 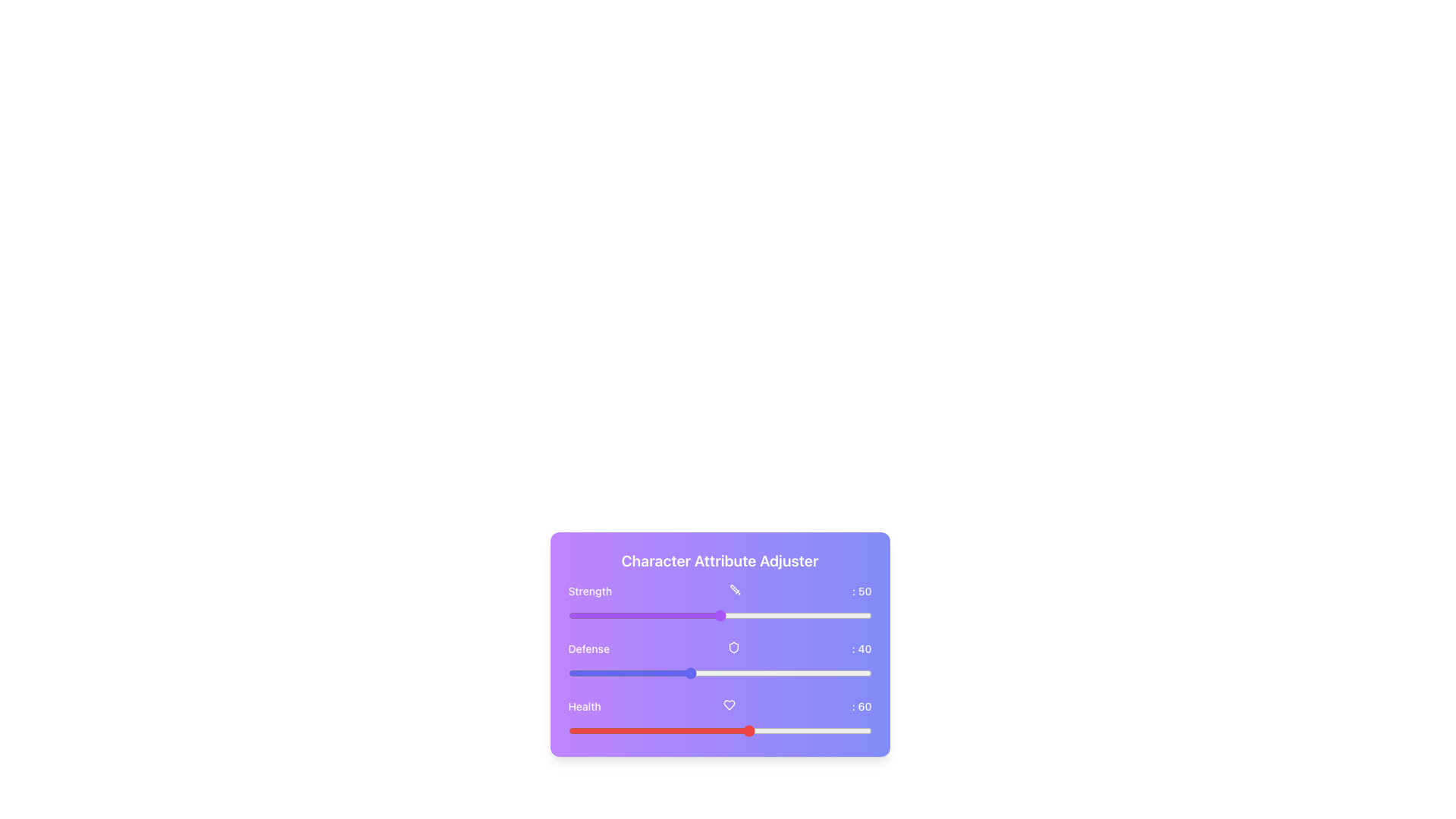 What do you see at coordinates (701, 730) in the screenshot?
I see `the Health slider` at bounding box center [701, 730].